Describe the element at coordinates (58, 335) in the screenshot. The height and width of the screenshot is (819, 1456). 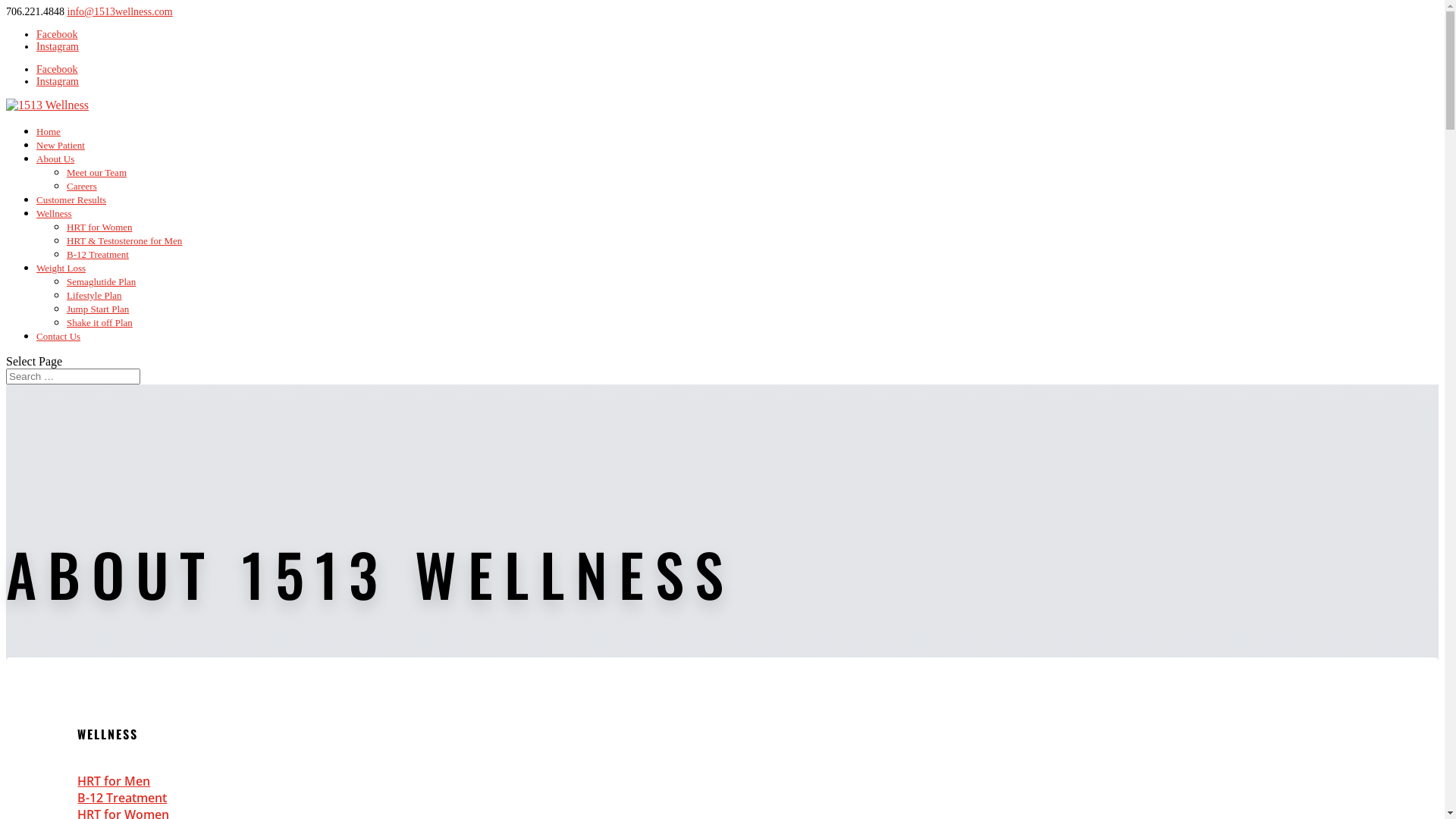
I see `'Contact Us'` at that location.